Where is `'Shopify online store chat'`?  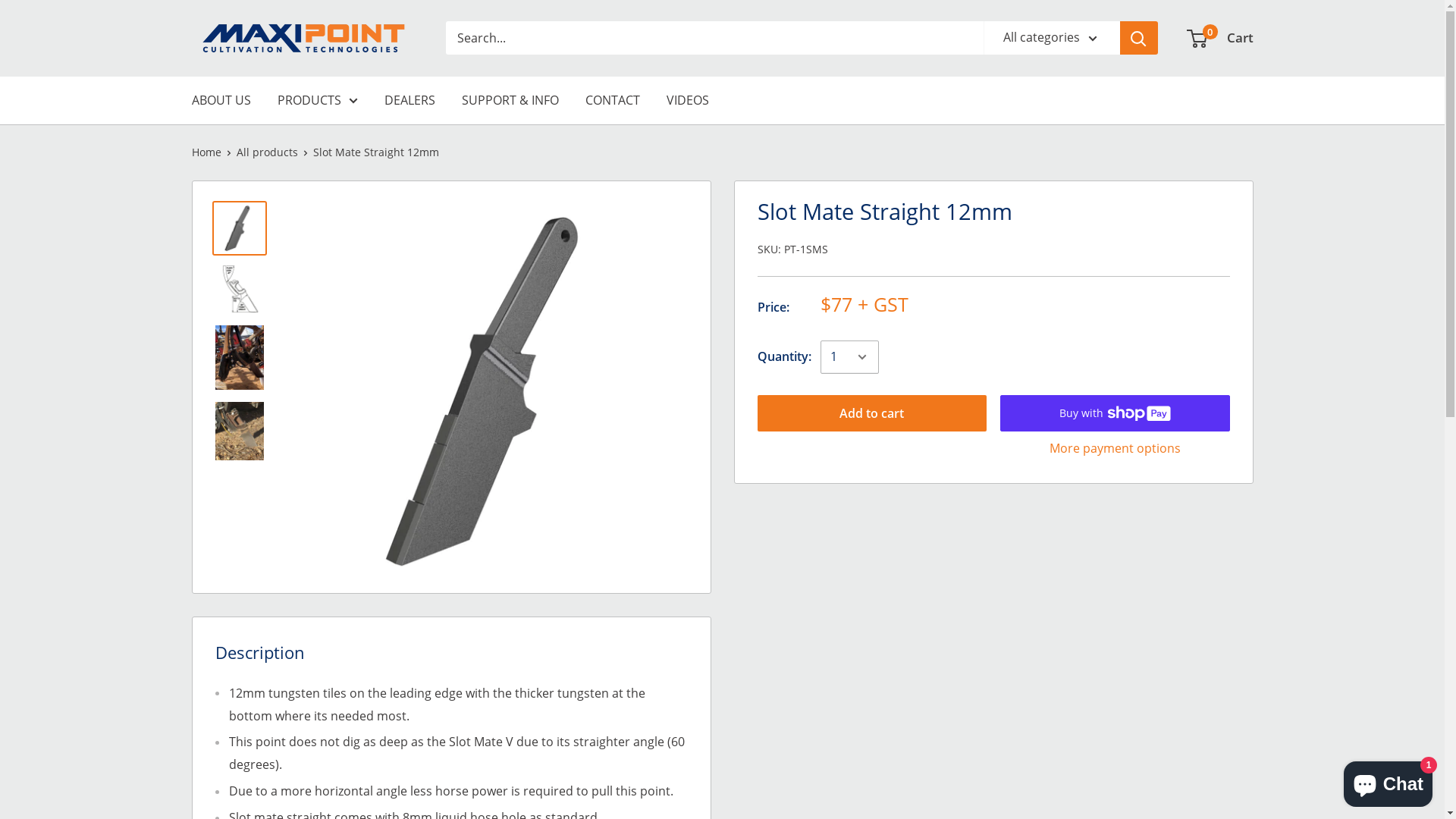 'Shopify online store chat' is located at coordinates (1388, 780).